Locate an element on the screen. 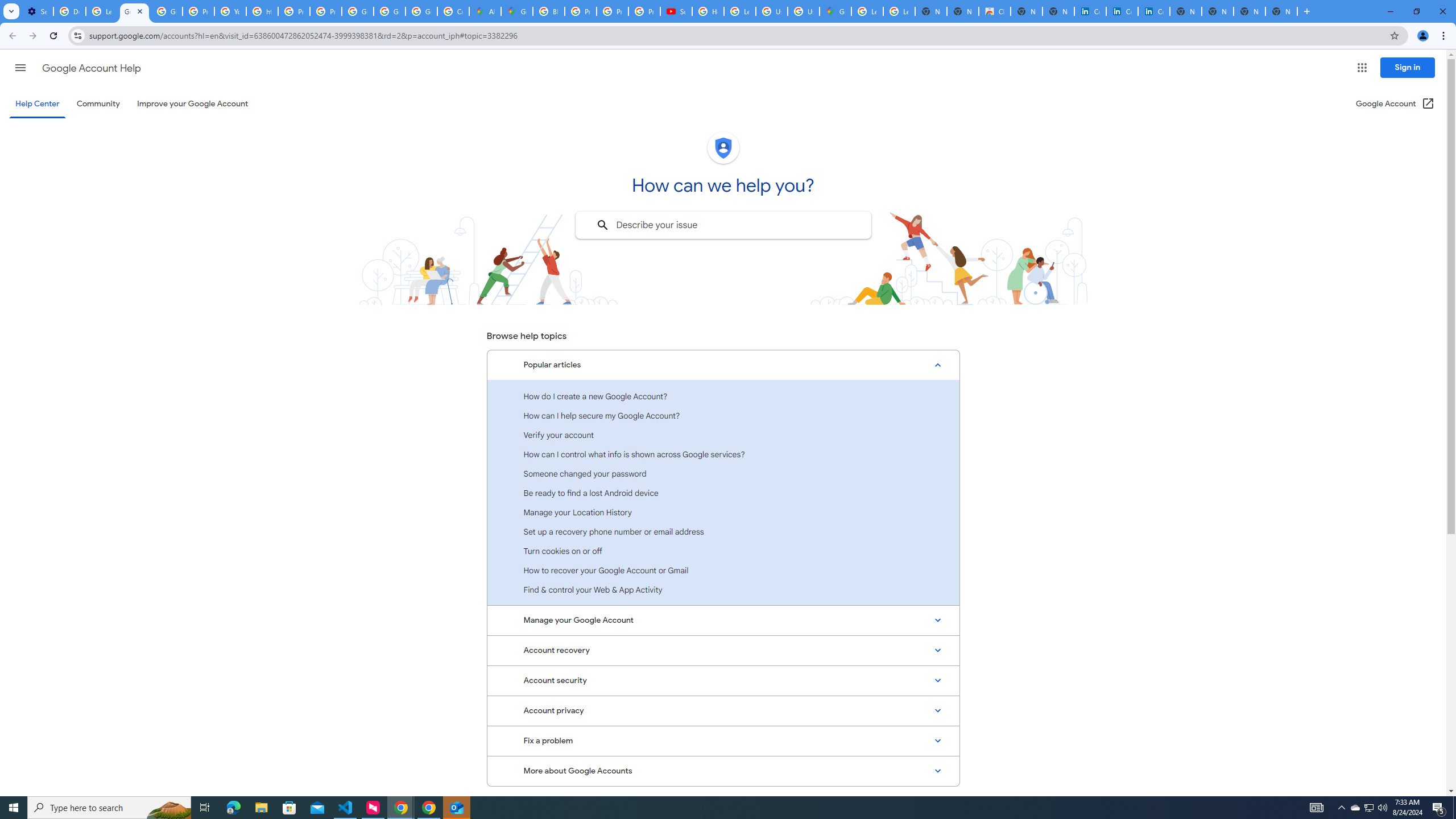 Image resolution: width=1456 pixels, height=819 pixels. 'YouTube' is located at coordinates (230, 11).